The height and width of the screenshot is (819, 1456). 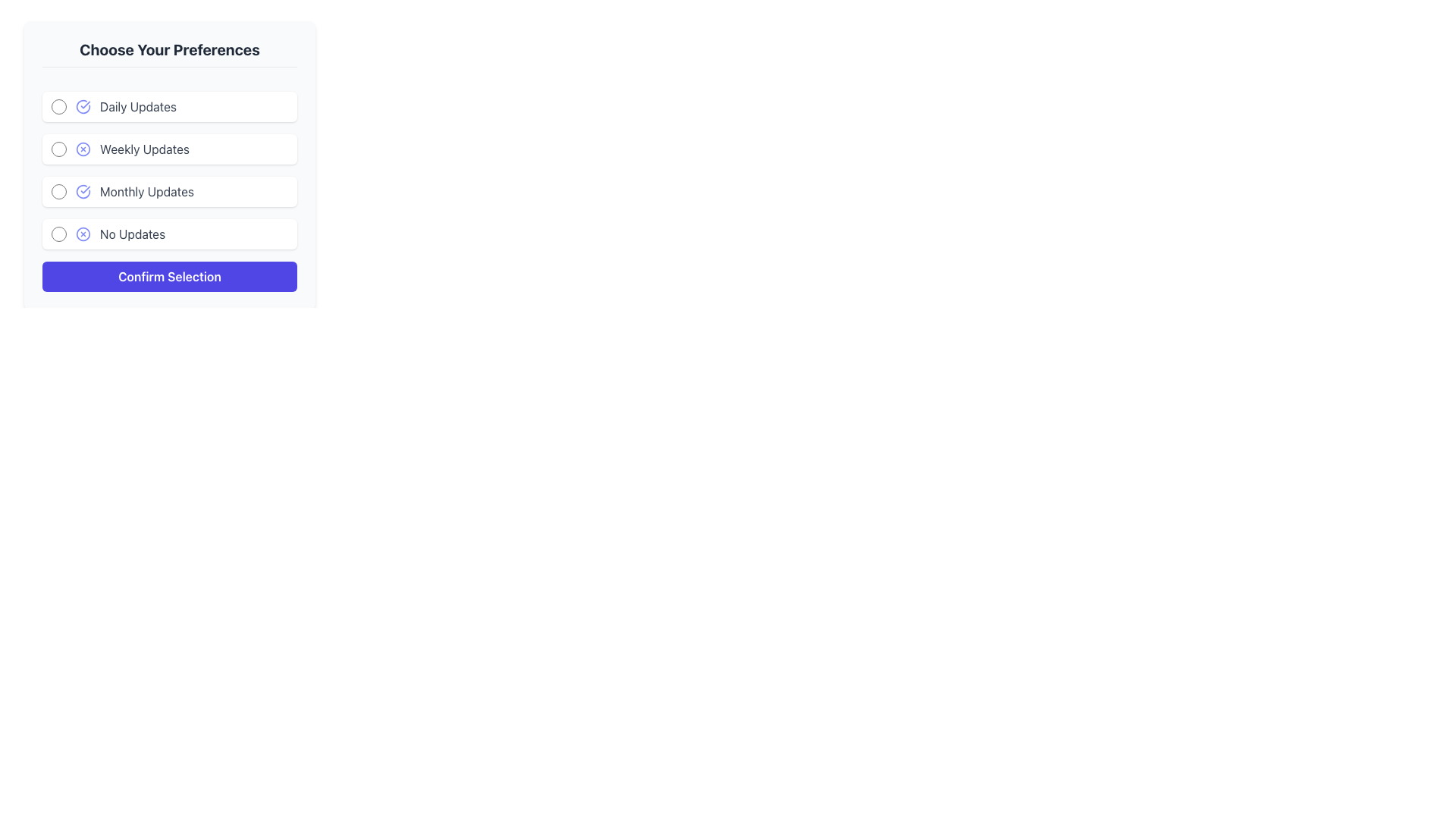 What do you see at coordinates (58, 234) in the screenshot?
I see `the fourth radio button labeled 'No Updates'` at bounding box center [58, 234].